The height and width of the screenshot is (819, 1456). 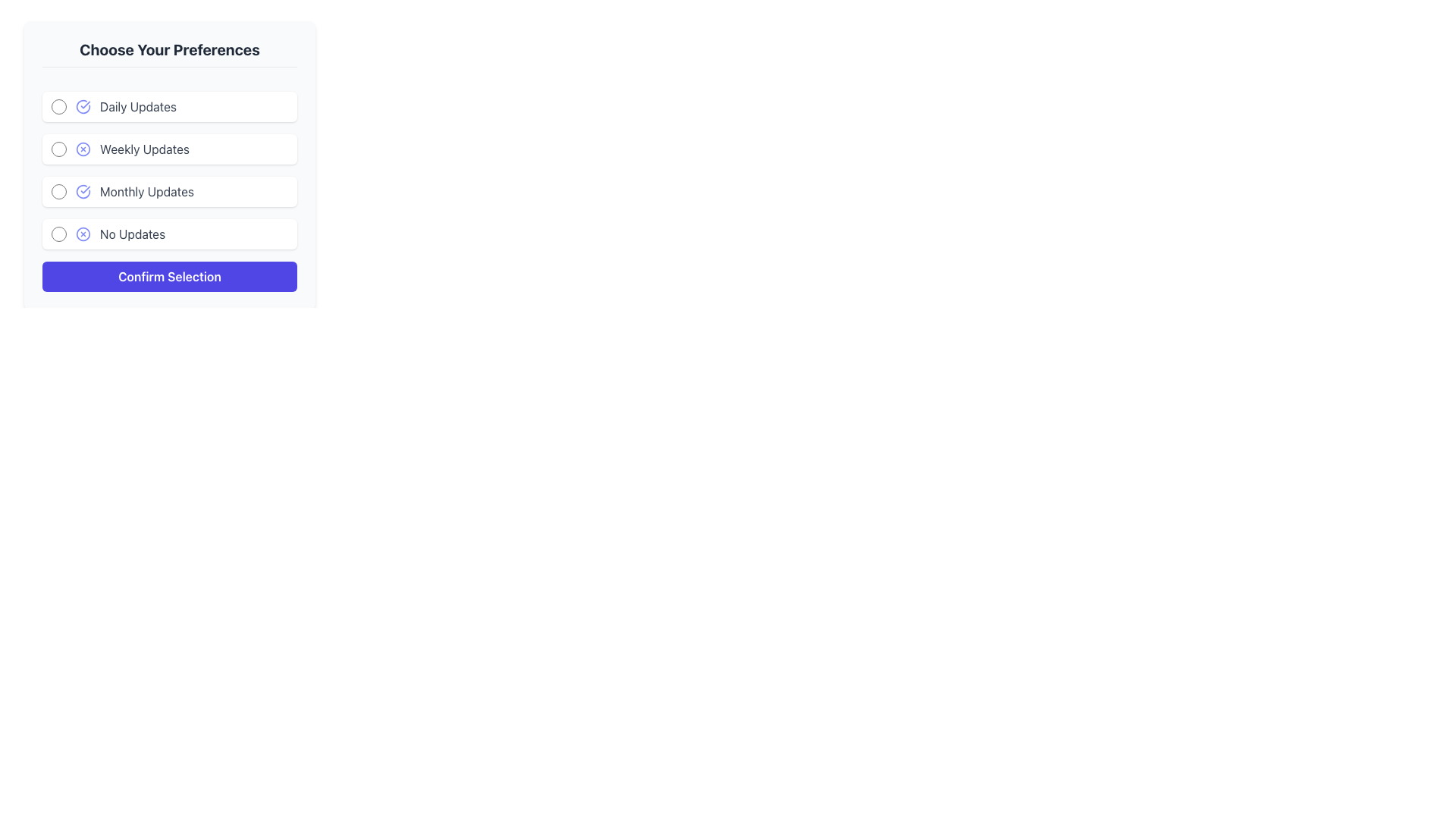 What do you see at coordinates (58, 234) in the screenshot?
I see `the fourth radio button labeled 'No Updates'` at bounding box center [58, 234].